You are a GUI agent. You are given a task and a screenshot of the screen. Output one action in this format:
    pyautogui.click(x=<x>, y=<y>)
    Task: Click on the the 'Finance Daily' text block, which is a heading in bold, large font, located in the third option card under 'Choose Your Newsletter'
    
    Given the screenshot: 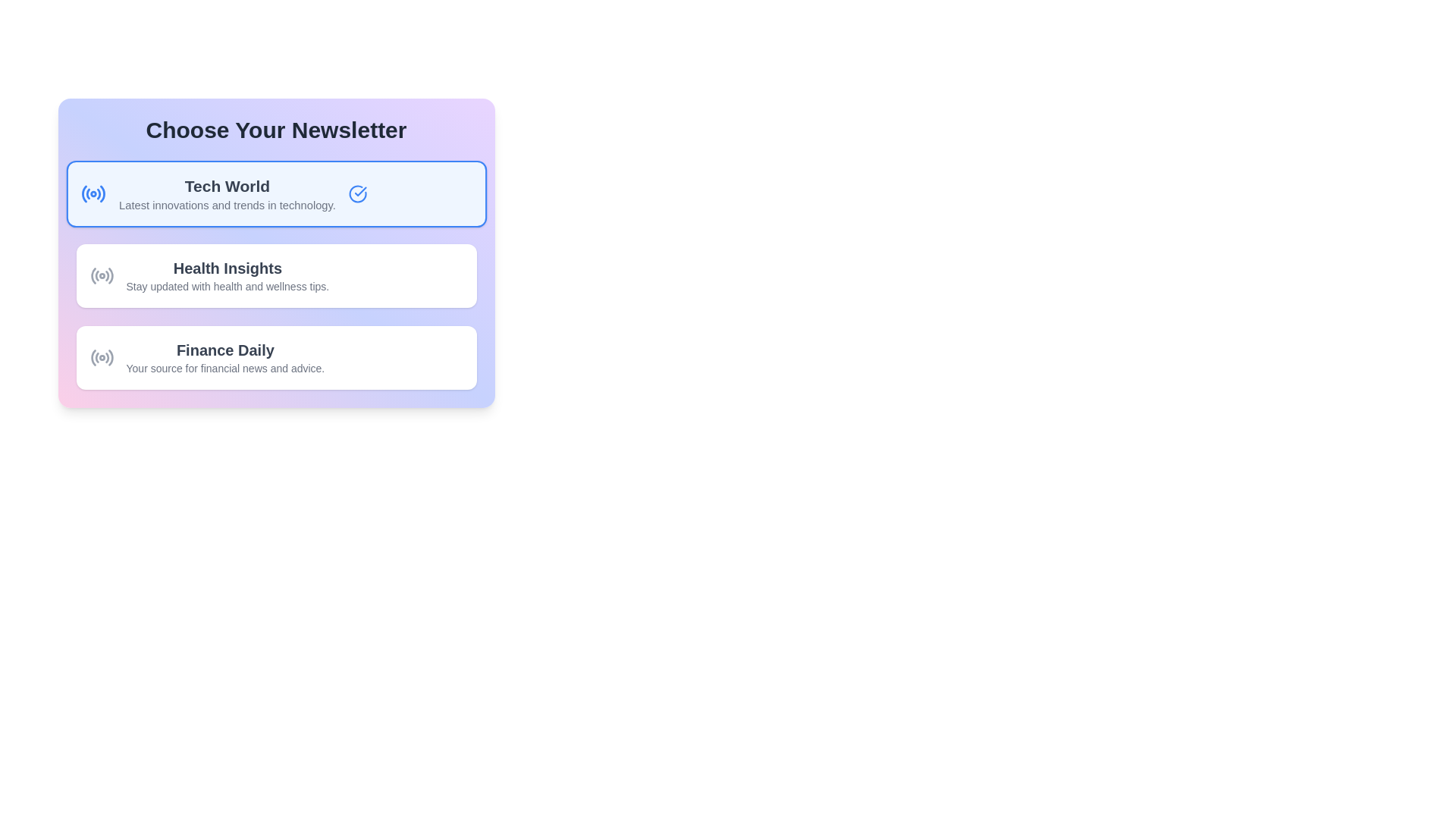 What is the action you would take?
    pyautogui.click(x=224, y=357)
    